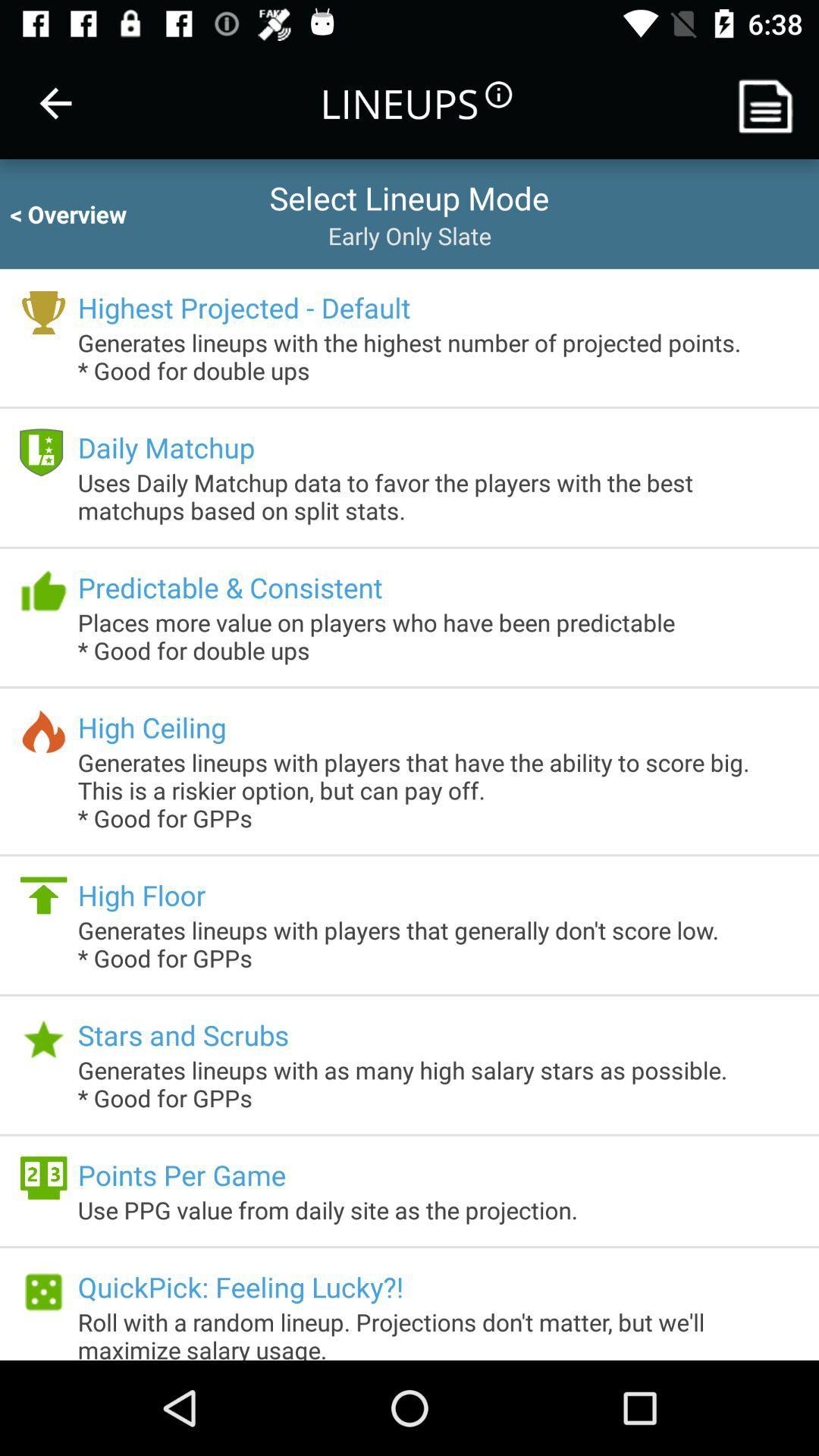  Describe the element at coordinates (82, 213) in the screenshot. I see `item to the left of the select lineup mode icon` at that location.